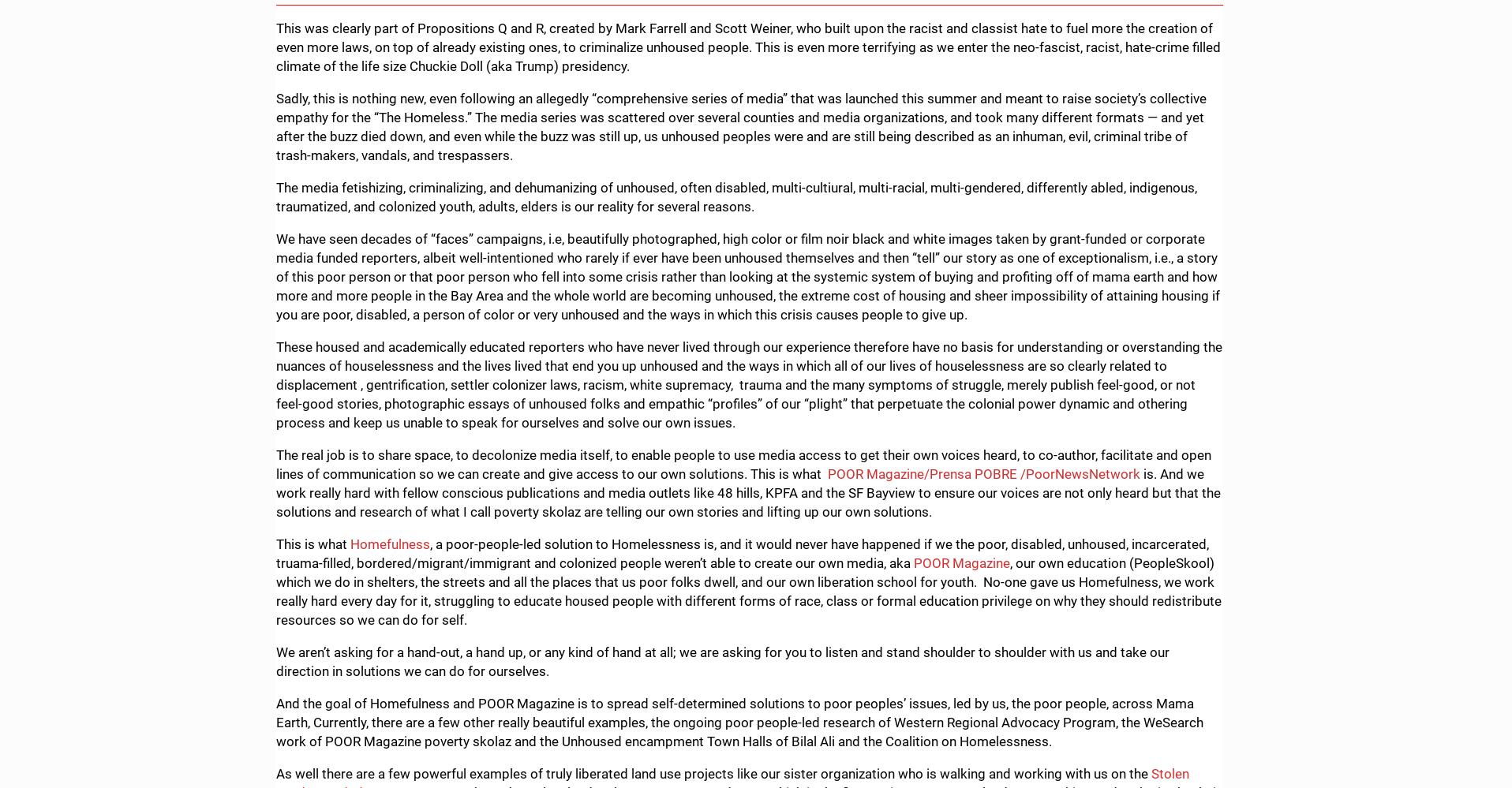  What do you see at coordinates (736, 196) in the screenshot?
I see `'The media fetishizing, criminalizing, and dehumanizing of unhoused, often disabled, multi-cultiural, multi-racial, multi-gendered, differently abled, indigenous, traumatized, and colonized youth, adults, elders is our reality for several reasons.'` at bounding box center [736, 196].